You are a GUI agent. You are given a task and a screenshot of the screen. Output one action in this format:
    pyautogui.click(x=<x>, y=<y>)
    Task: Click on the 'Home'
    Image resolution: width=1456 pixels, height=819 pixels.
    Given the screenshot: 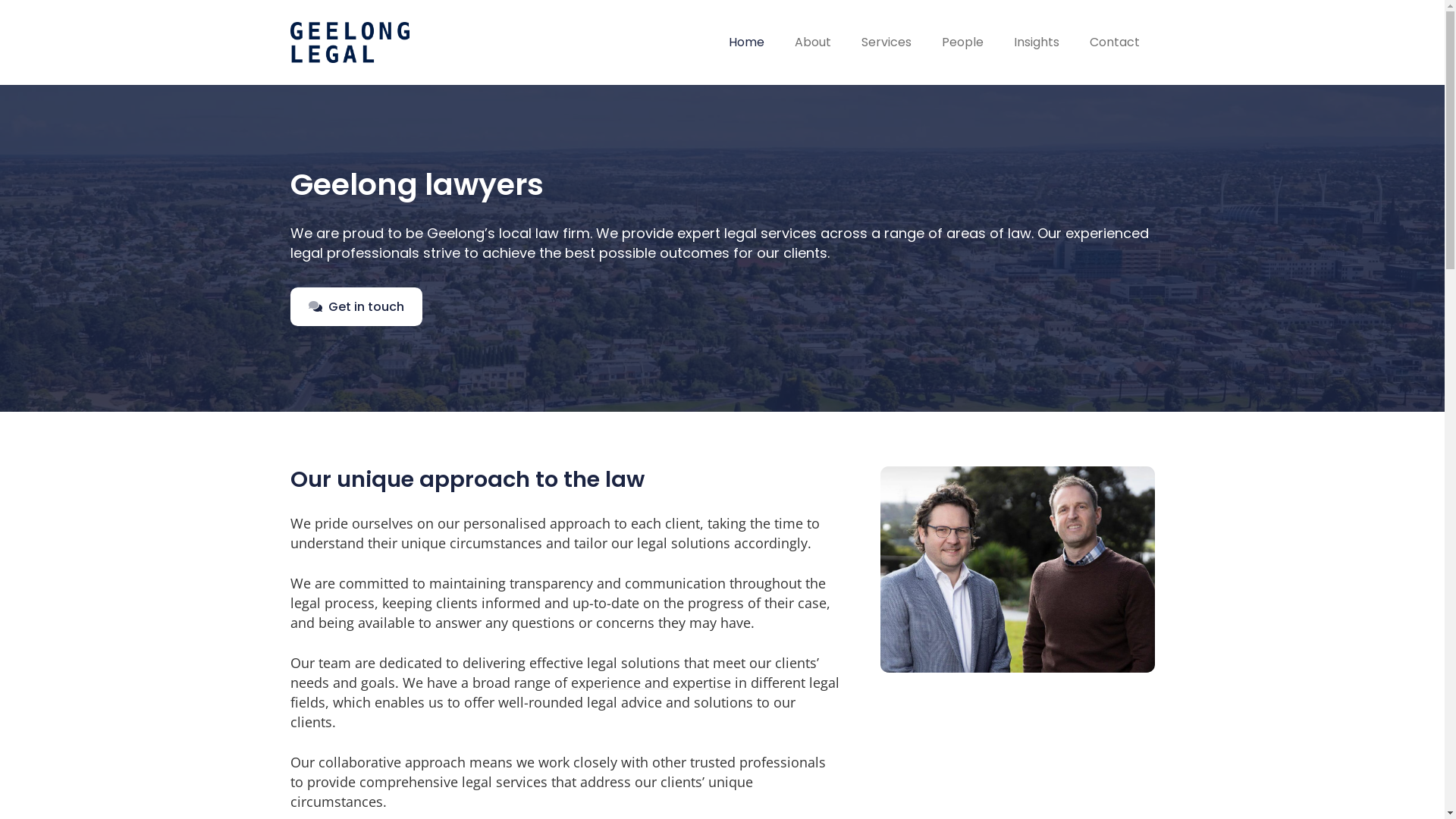 What is the action you would take?
    pyautogui.click(x=745, y=42)
    